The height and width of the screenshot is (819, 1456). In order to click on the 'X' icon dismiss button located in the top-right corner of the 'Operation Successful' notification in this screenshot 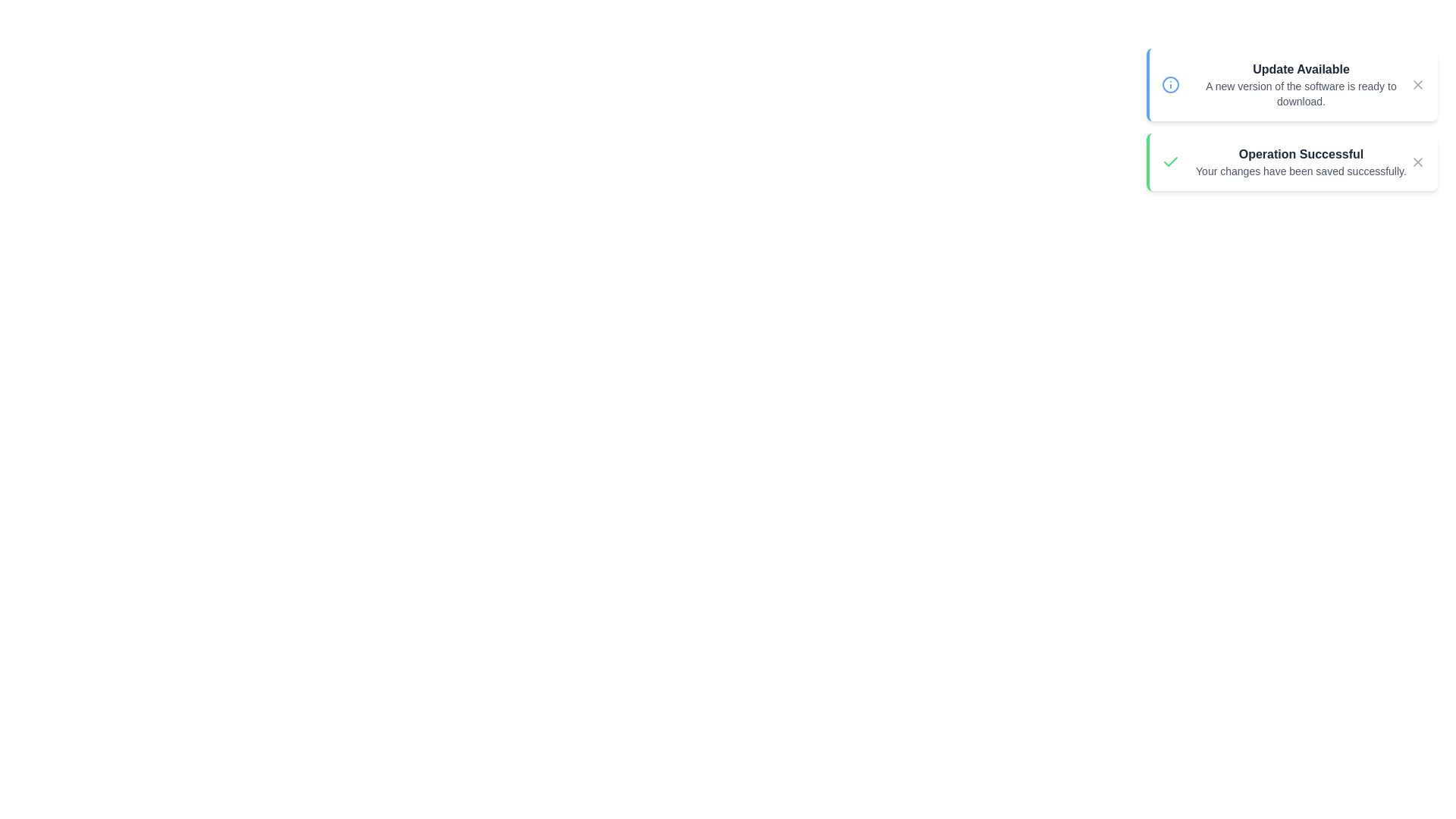, I will do `click(1417, 162)`.